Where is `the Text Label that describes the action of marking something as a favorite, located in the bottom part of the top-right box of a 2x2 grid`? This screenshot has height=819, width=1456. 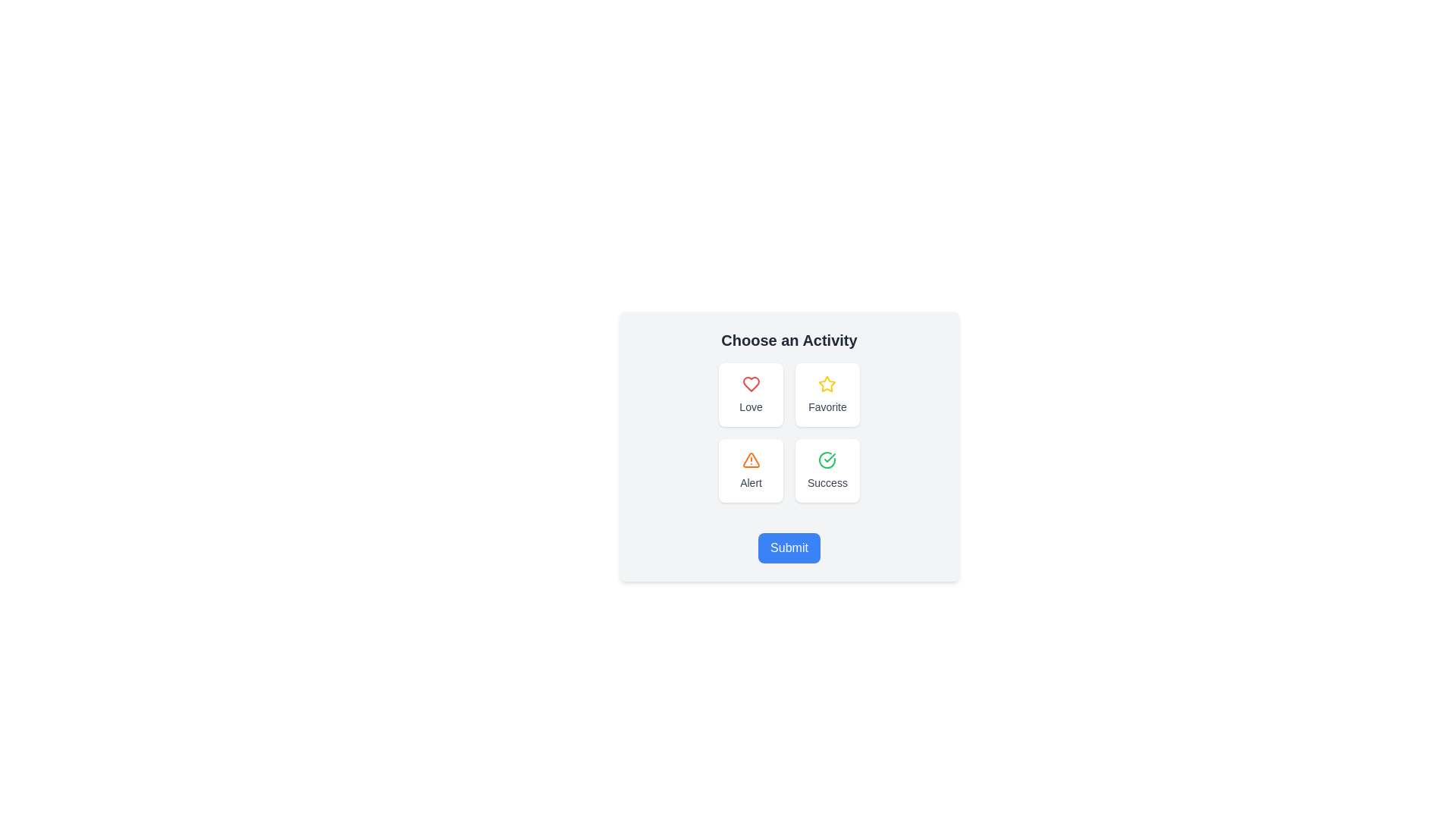 the Text Label that describes the action of marking something as a favorite, located in the bottom part of the top-right box of a 2x2 grid is located at coordinates (827, 406).